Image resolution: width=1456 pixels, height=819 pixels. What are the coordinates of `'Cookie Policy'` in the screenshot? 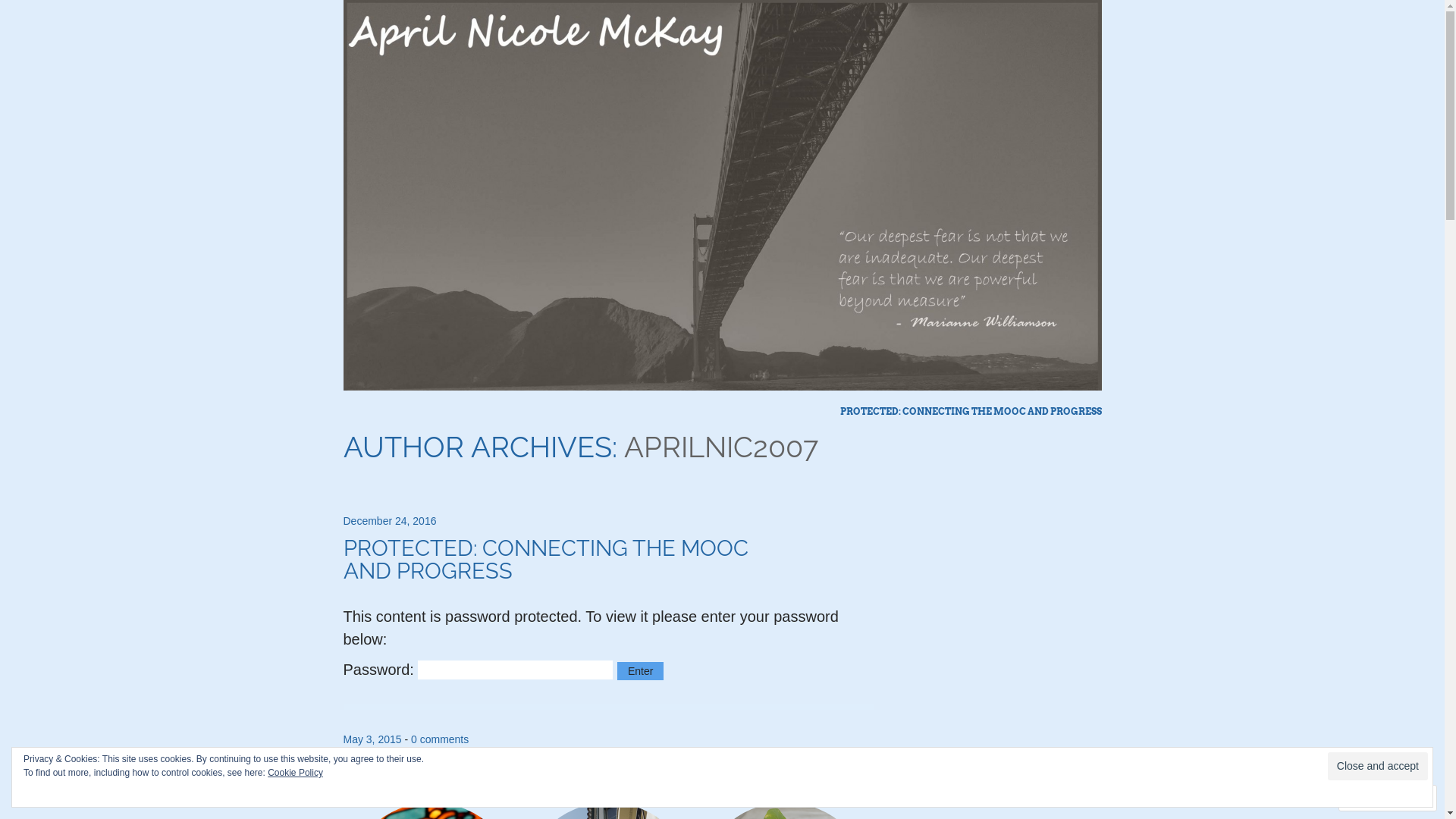 It's located at (295, 772).